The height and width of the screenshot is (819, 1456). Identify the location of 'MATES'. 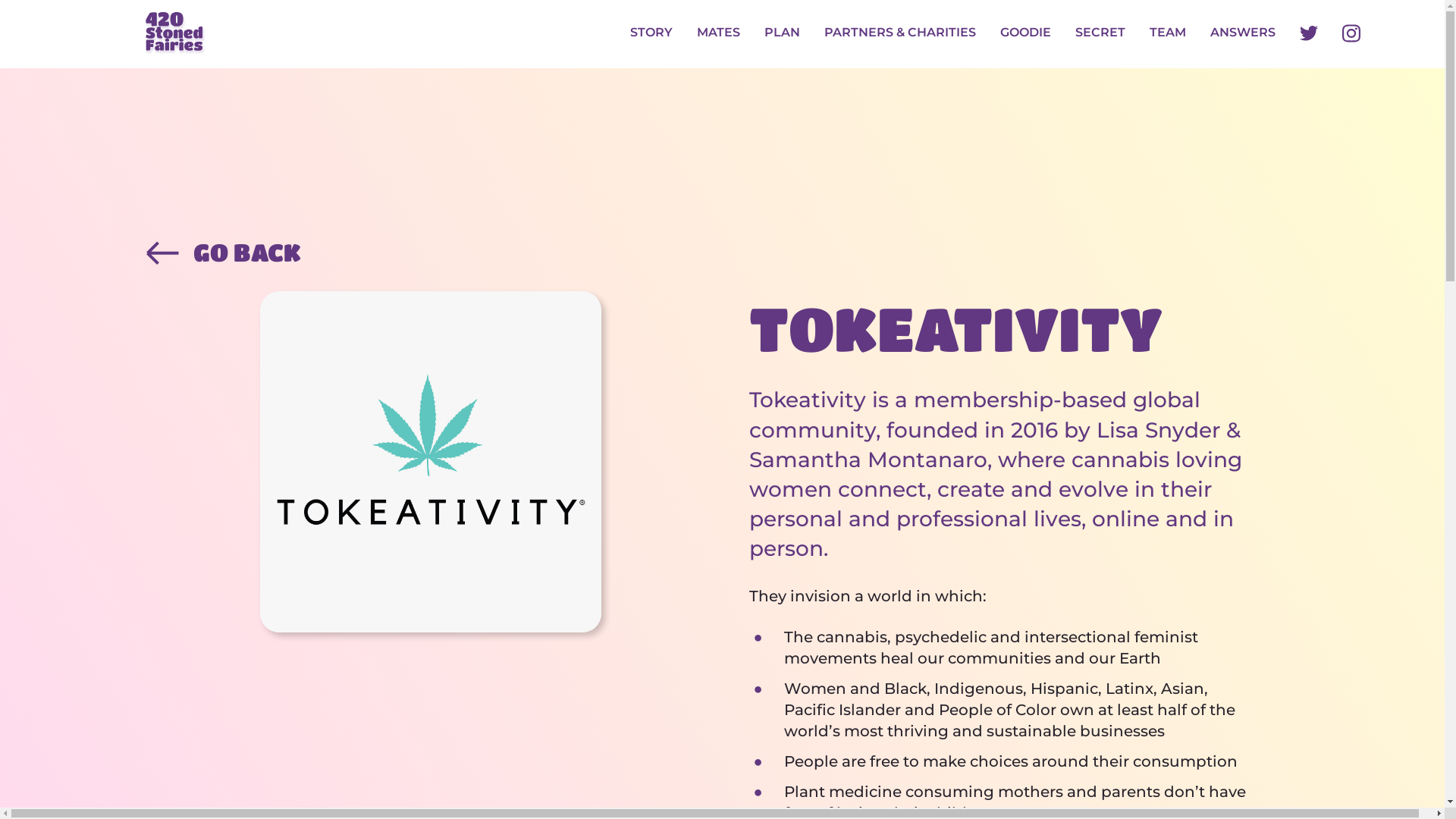
(695, 33).